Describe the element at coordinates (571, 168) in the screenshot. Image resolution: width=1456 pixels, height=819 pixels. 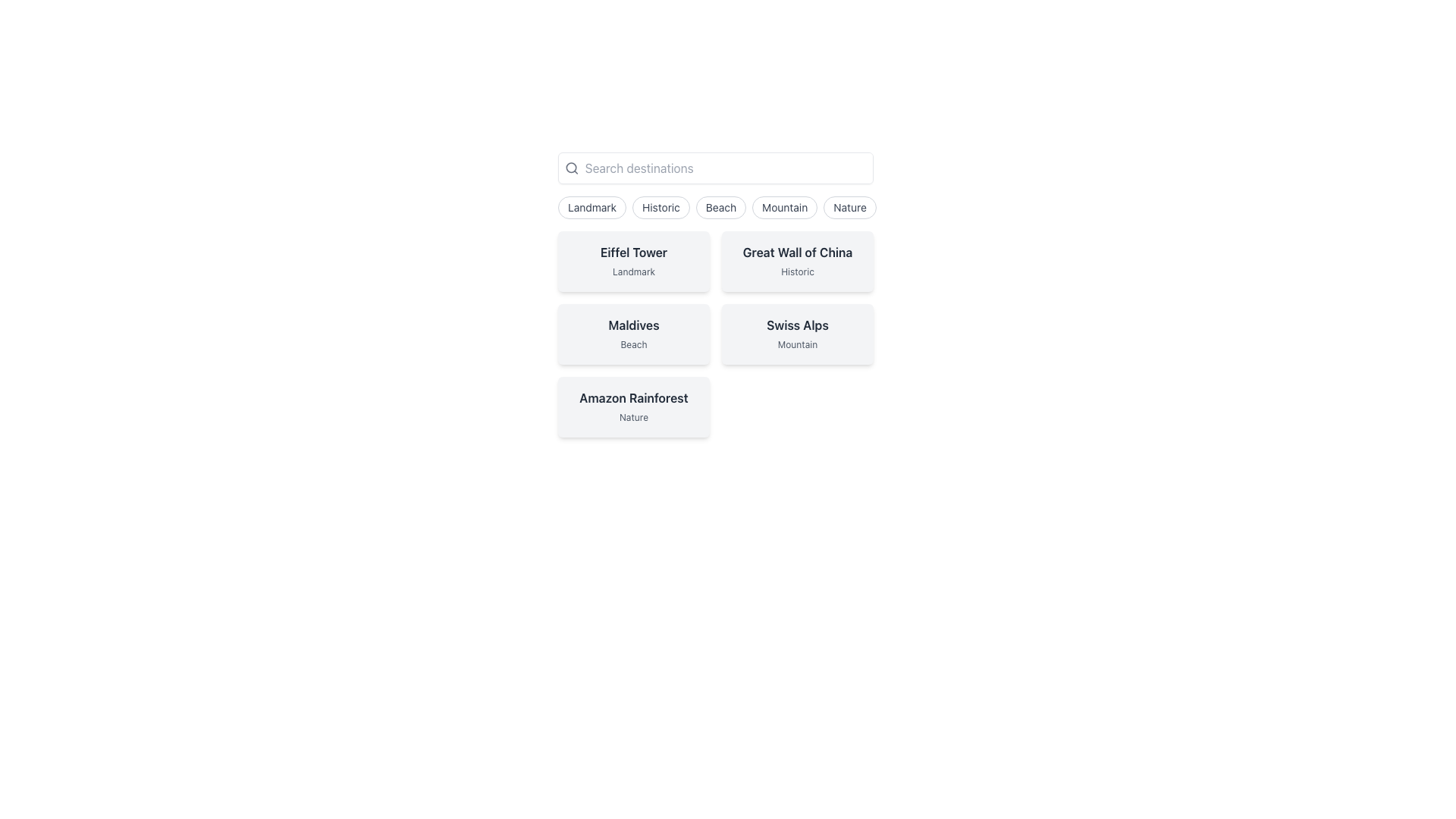
I see `the search icon, which is a magnifying glass located at the leftmost section of the horizontal search bar, to initiate a search` at that location.